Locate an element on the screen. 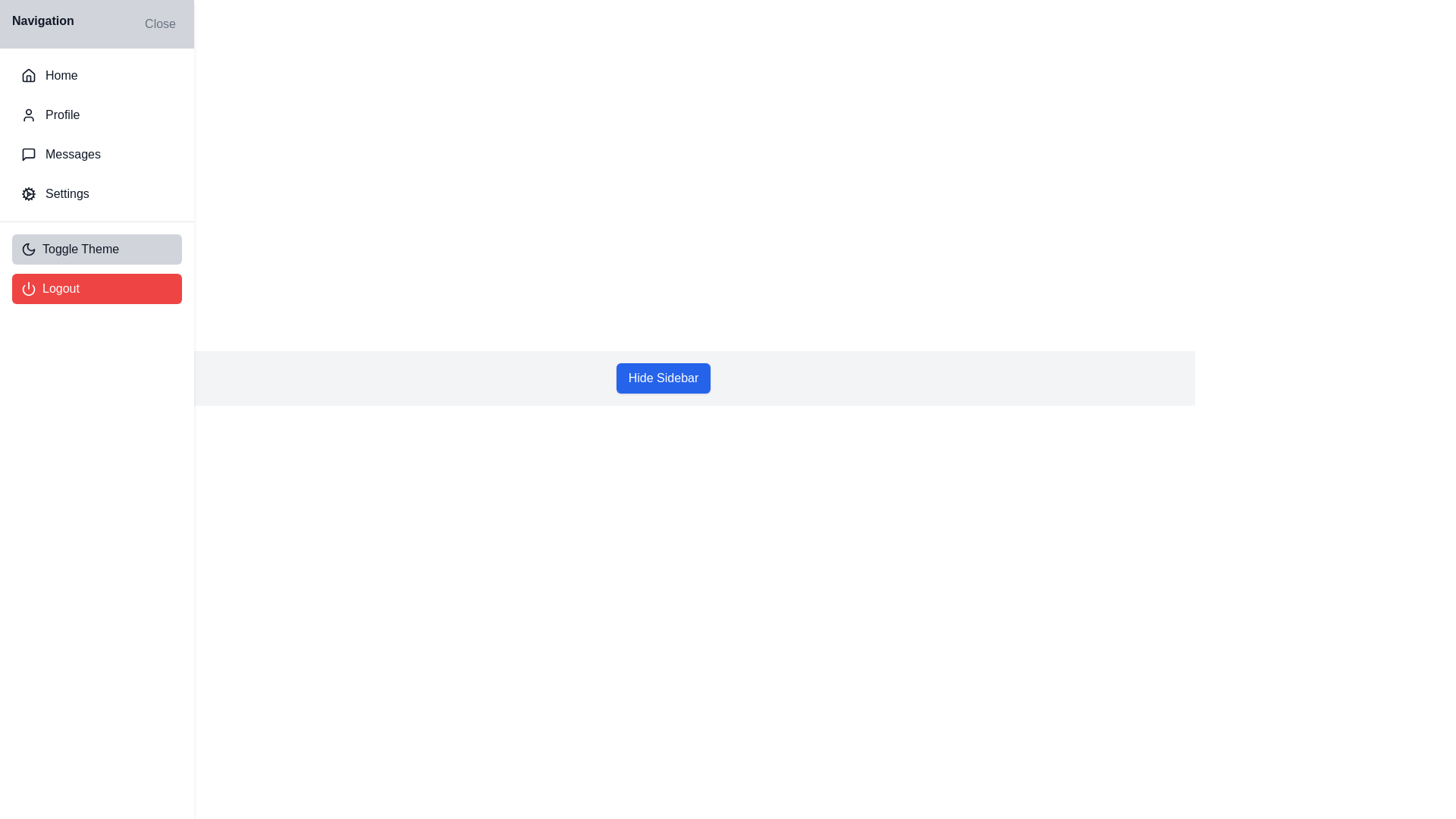 This screenshot has height=819, width=1456. the simplistic house icon located at the top of the sidebar navigation menu, immediately to the left of the 'Home' label is located at coordinates (29, 75).